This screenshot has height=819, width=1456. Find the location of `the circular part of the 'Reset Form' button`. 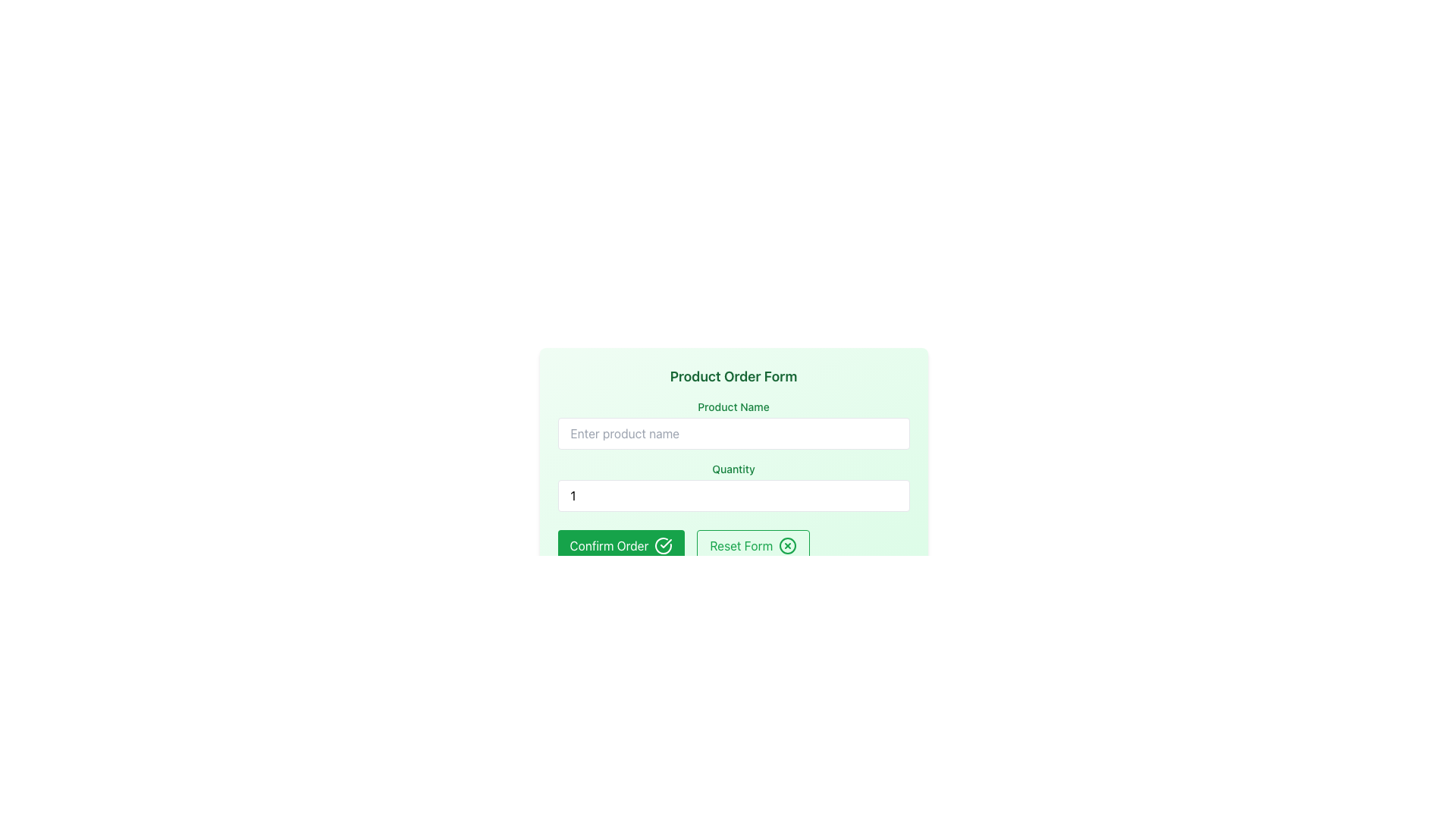

the circular part of the 'Reset Form' button is located at coordinates (787, 546).